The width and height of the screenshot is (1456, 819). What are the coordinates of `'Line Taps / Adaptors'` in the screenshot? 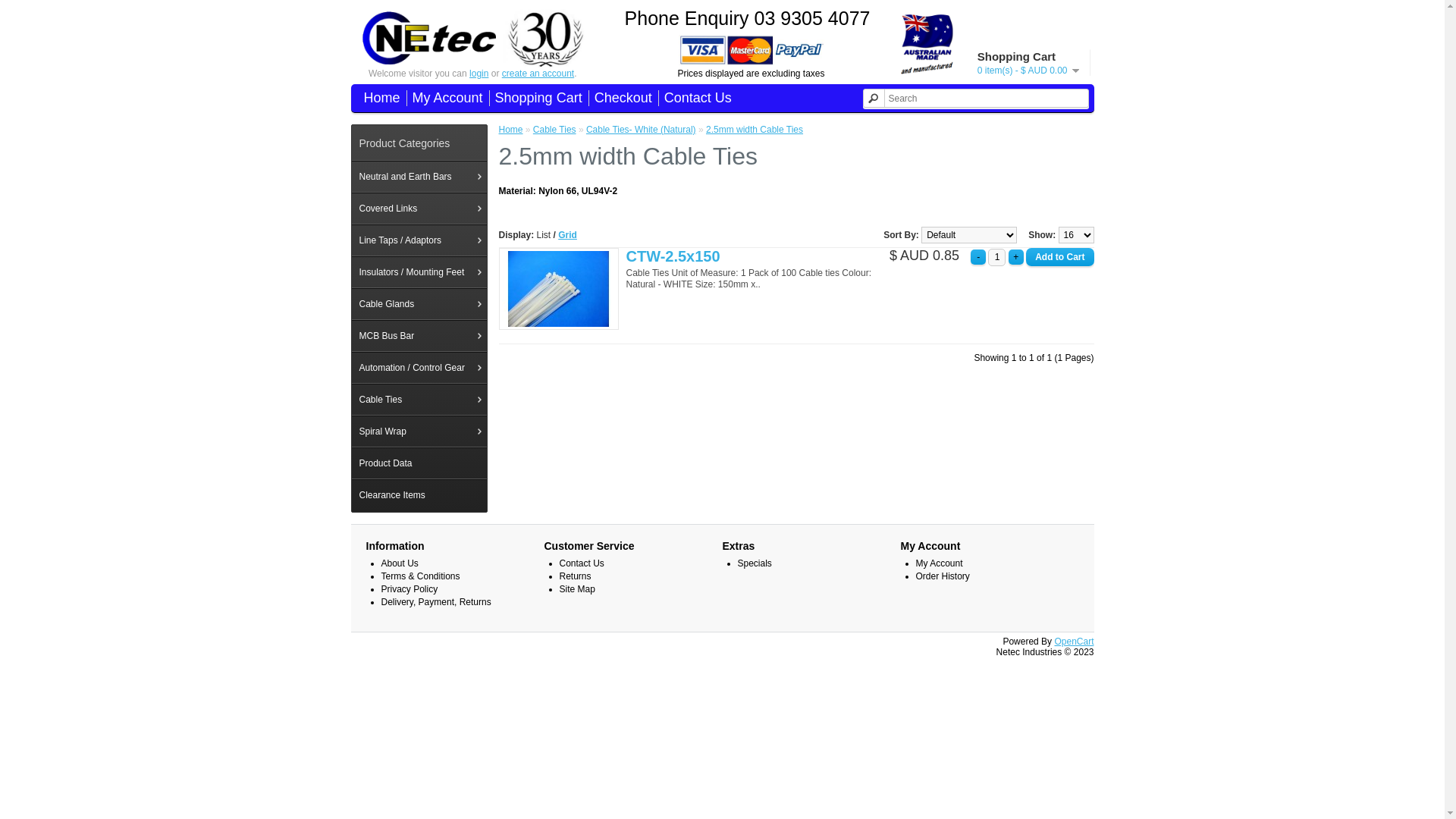 It's located at (419, 239).